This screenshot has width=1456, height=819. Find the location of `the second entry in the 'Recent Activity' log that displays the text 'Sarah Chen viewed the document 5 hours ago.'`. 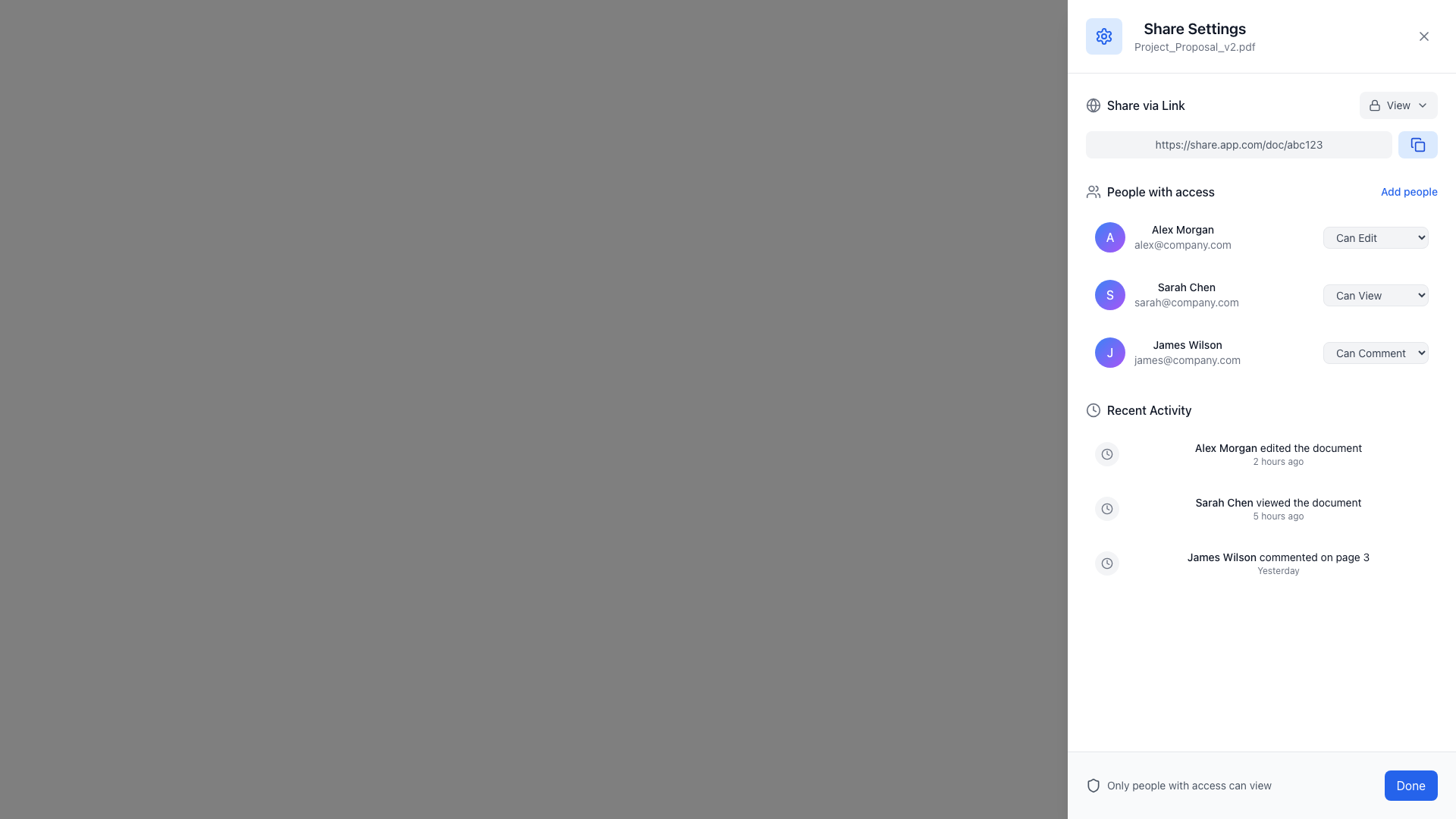

the second entry in the 'Recent Activity' log that displays the text 'Sarah Chen viewed the document 5 hours ago.' is located at coordinates (1262, 509).